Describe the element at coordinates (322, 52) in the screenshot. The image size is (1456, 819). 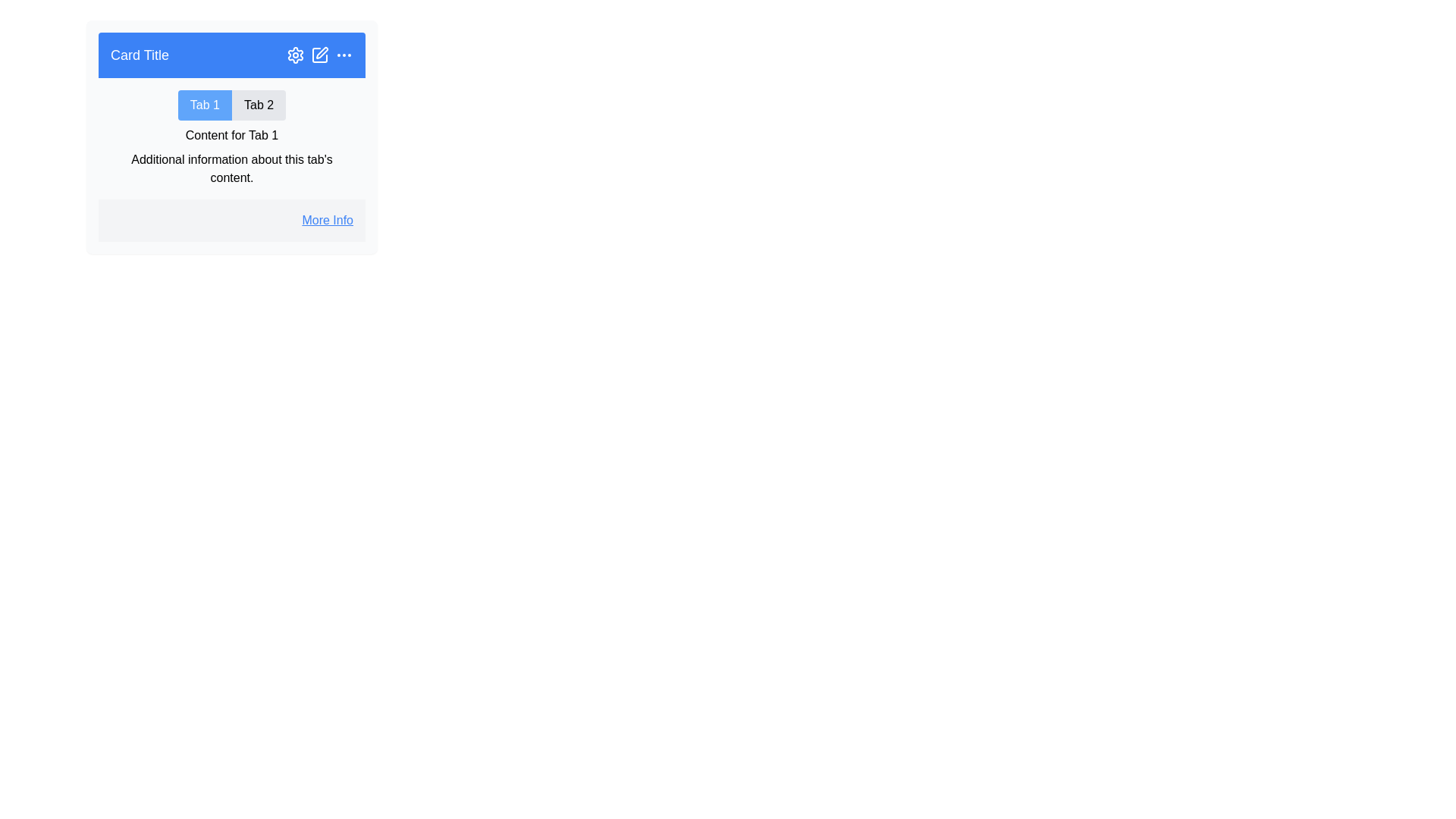
I see `the edit icon located at the top-right edge of the card` at that location.